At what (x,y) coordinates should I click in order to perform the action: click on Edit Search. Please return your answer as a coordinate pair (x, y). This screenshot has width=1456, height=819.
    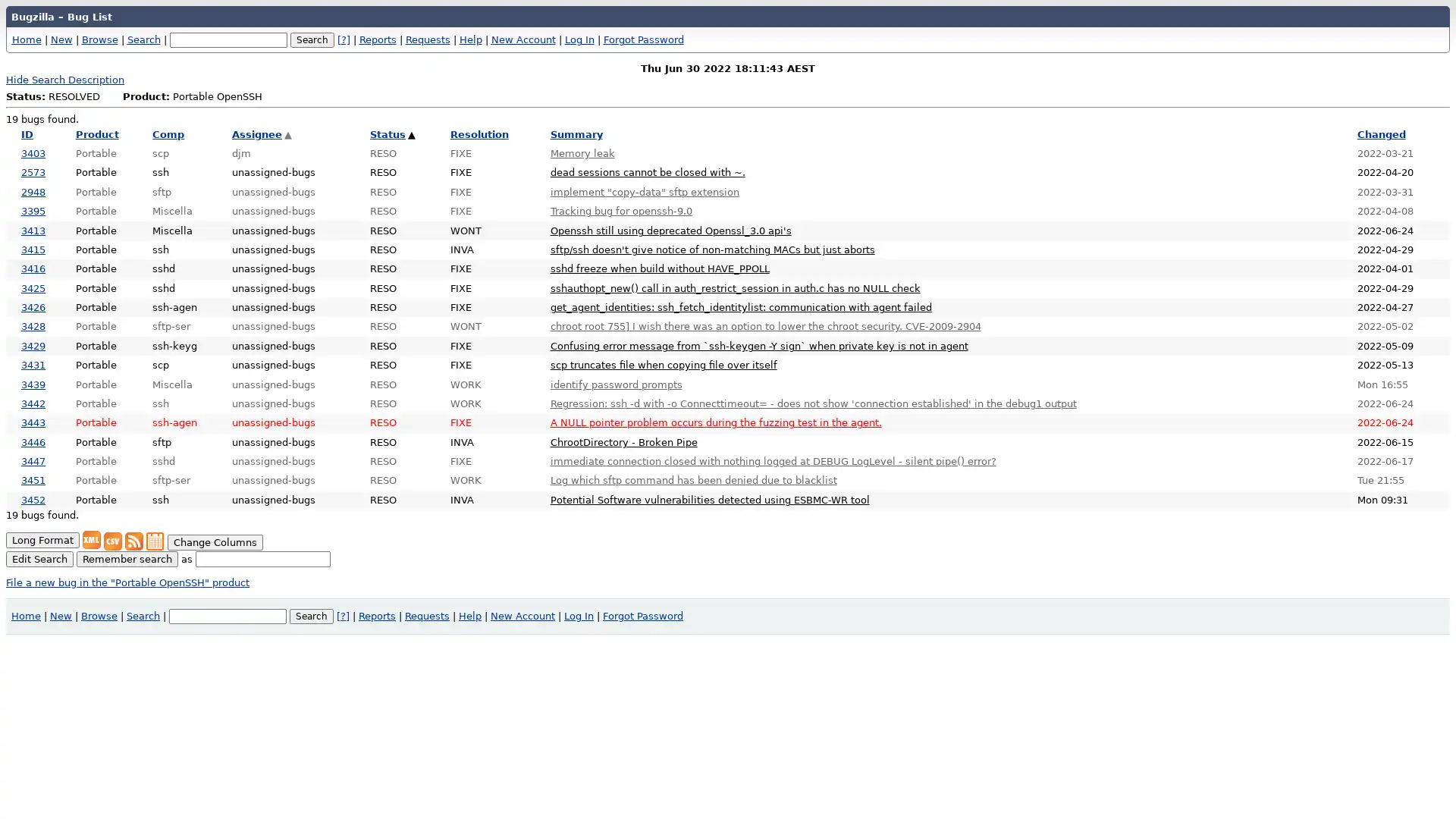
    Looking at the image, I should click on (39, 559).